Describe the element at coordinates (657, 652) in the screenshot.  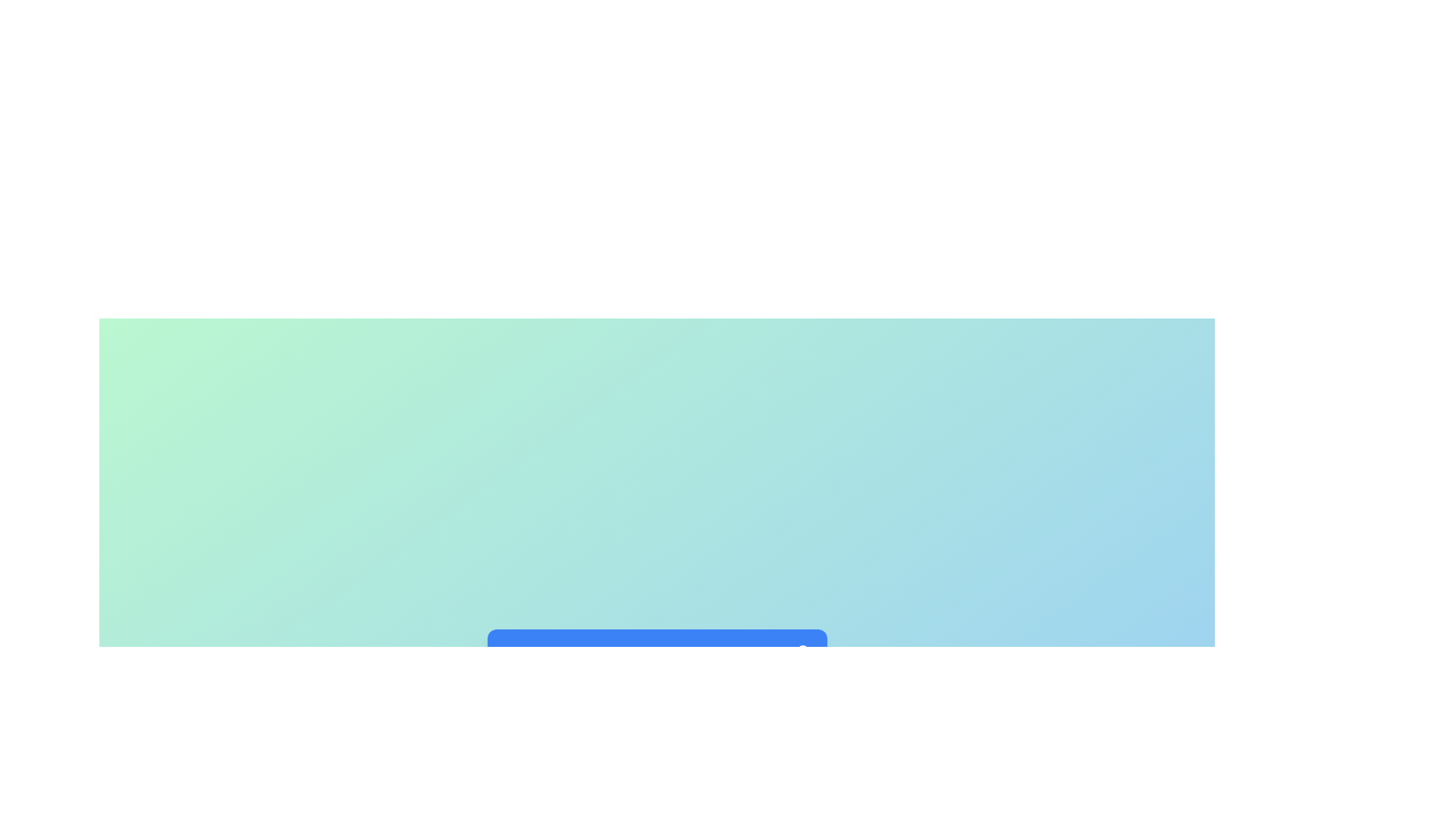
I see `the 'Notifications' header element, which is a blue rectangular bar with rounded corners at the top of a notification card` at that location.